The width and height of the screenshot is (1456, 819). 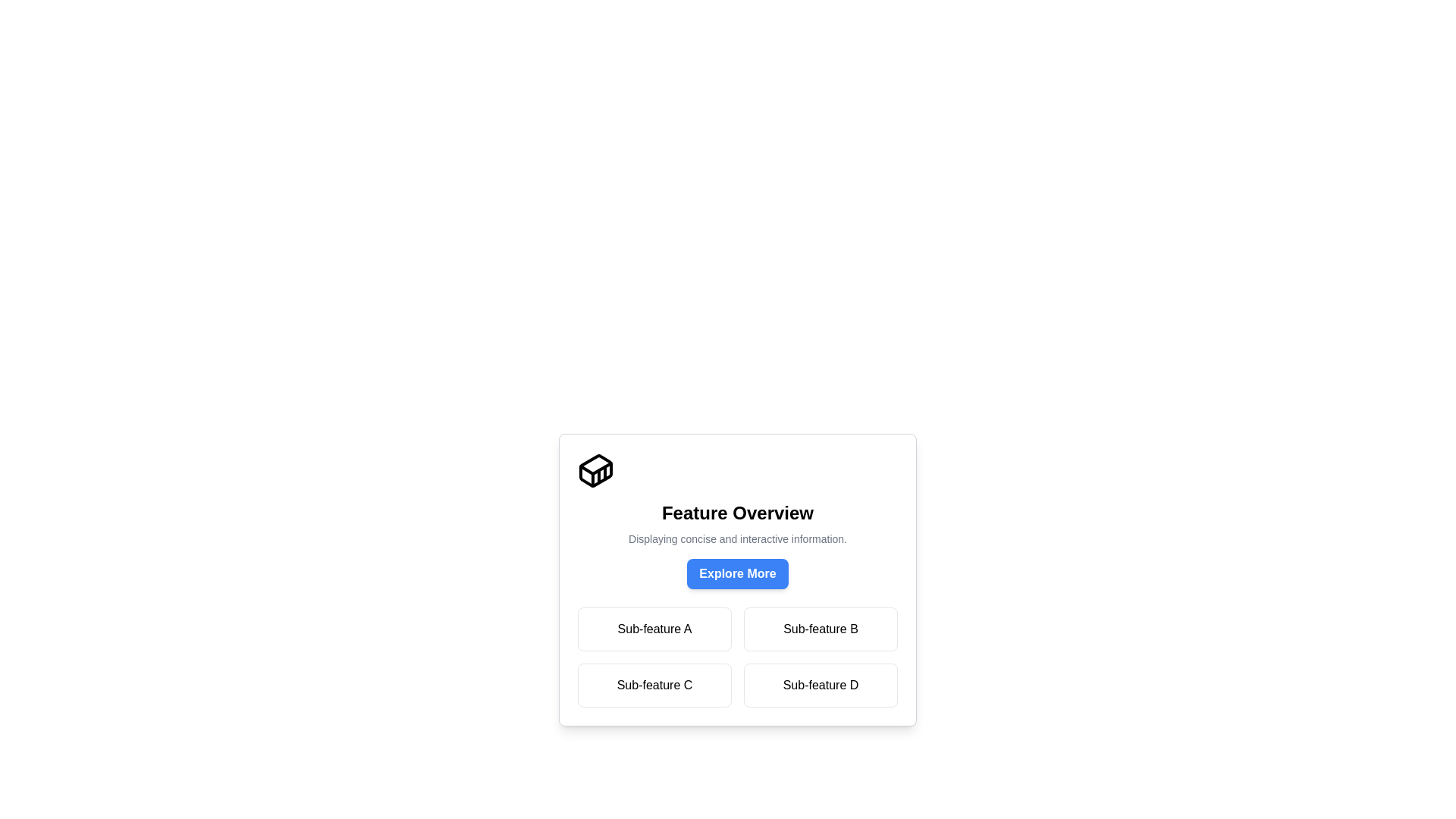 What do you see at coordinates (738, 538) in the screenshot?
I see `the text label that displays the phrase 'Displaying concise and interactive information.' which is styled in gray and positioned between the heading 'Feature Overview' and the button 'Explore More'` at bounding box center [738, 538].